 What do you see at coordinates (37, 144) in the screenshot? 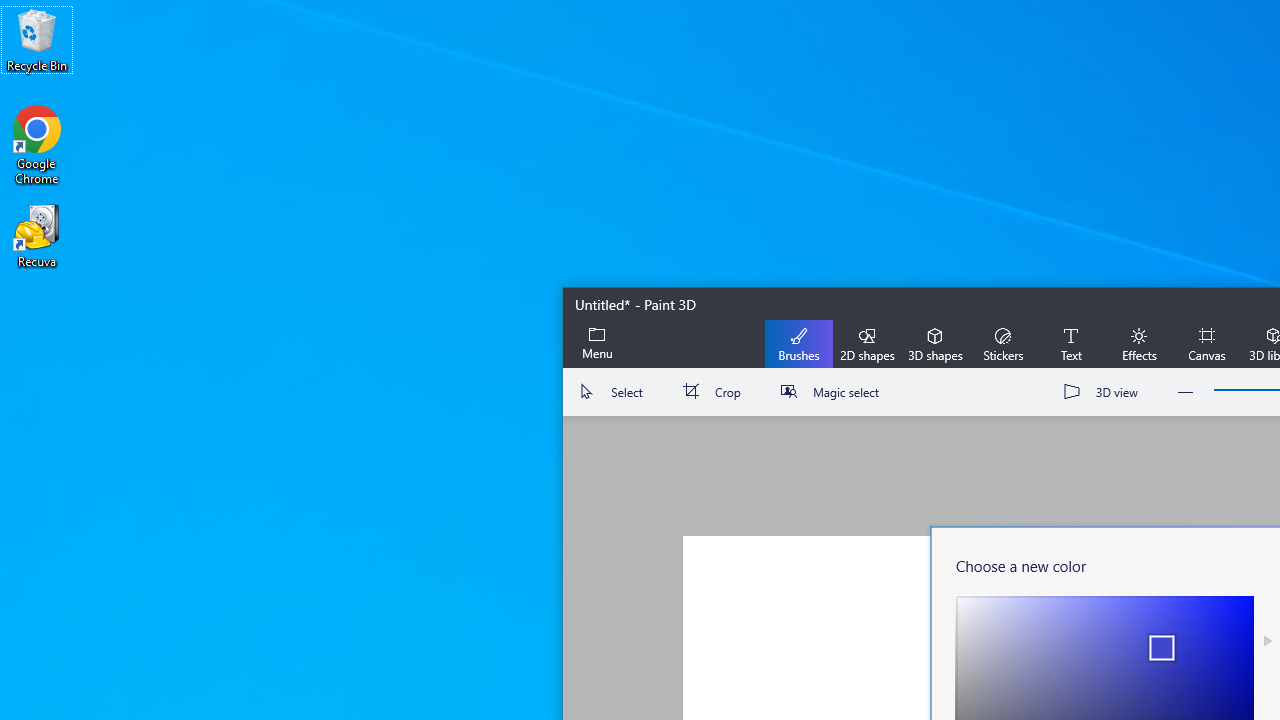
I see `'Google Chrome'` at bounding box center [37, 144].